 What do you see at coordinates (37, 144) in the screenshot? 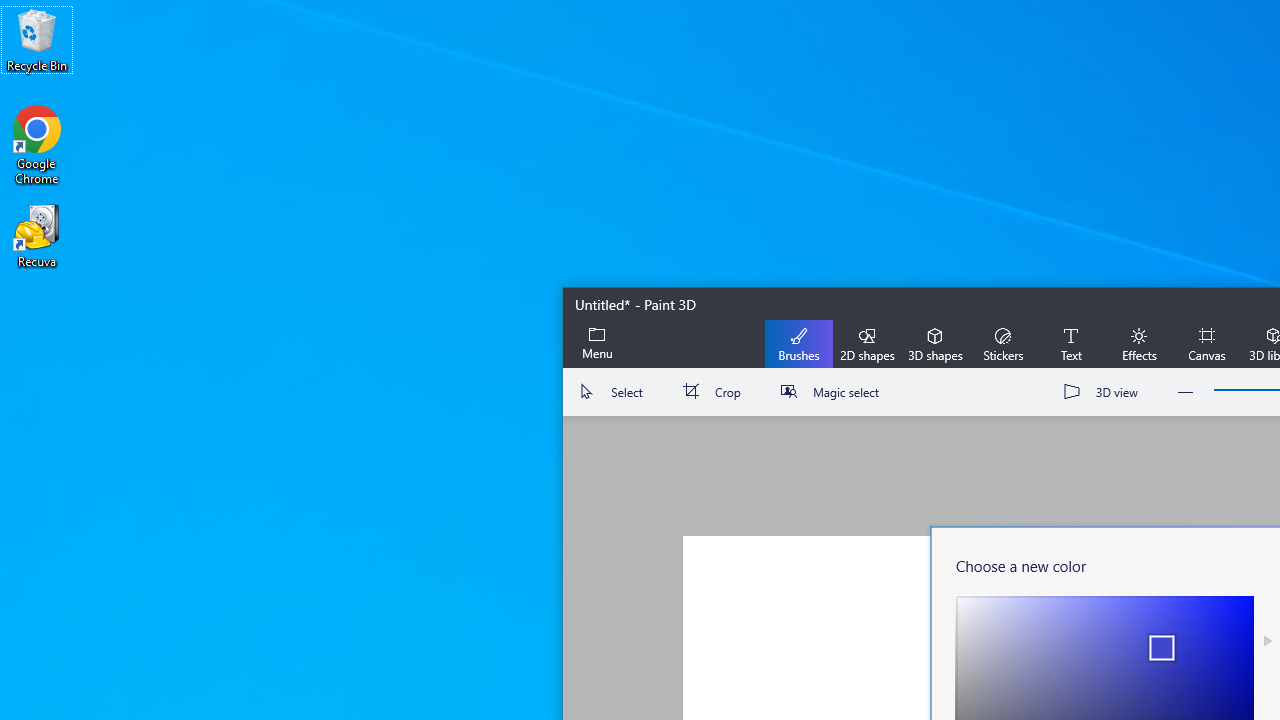
I see `'Google Chrome'` at bounding box center [37, 144].